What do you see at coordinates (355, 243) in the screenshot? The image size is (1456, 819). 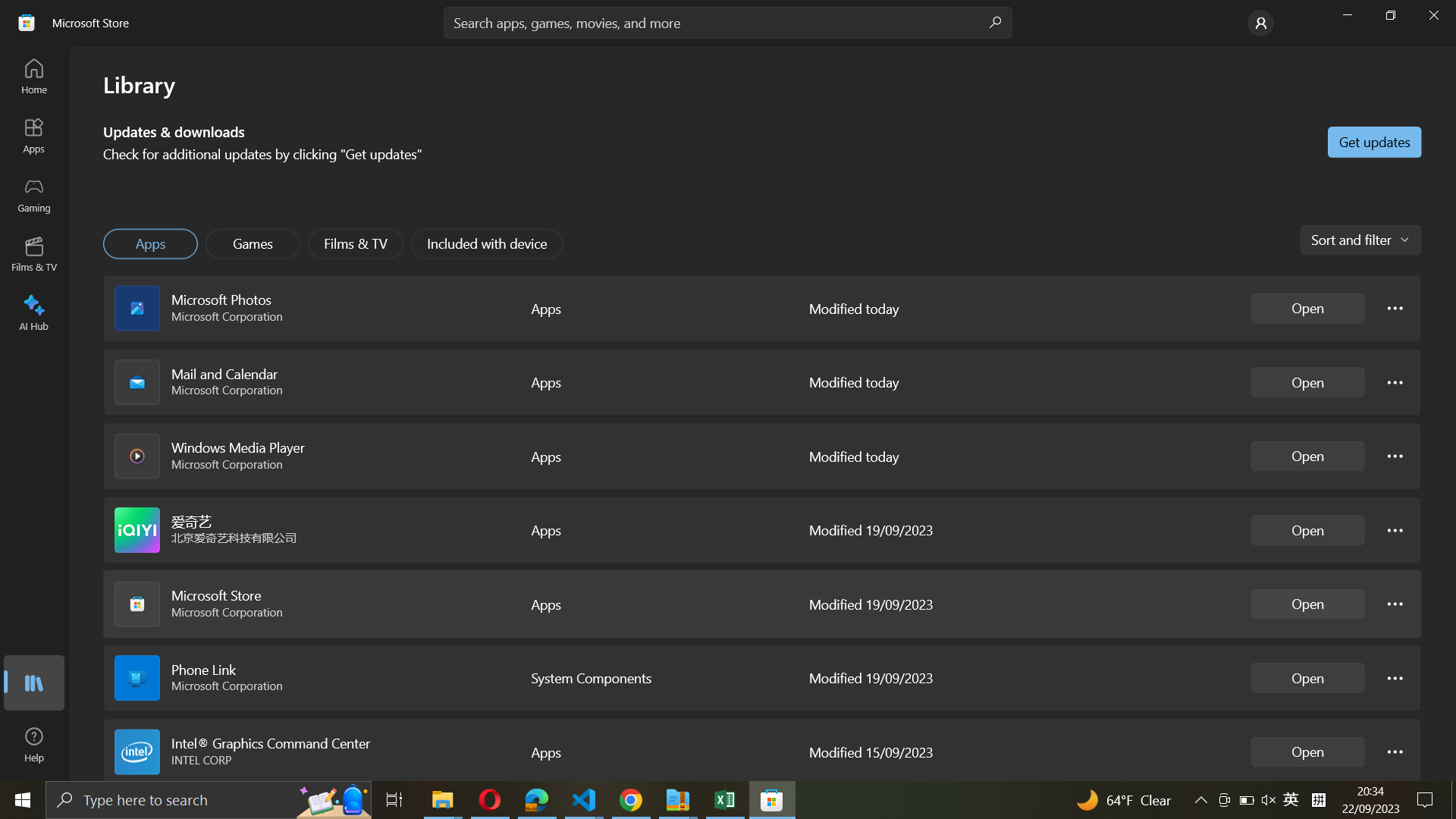 I see `Films & TV program` at bounding box center [355, 243].